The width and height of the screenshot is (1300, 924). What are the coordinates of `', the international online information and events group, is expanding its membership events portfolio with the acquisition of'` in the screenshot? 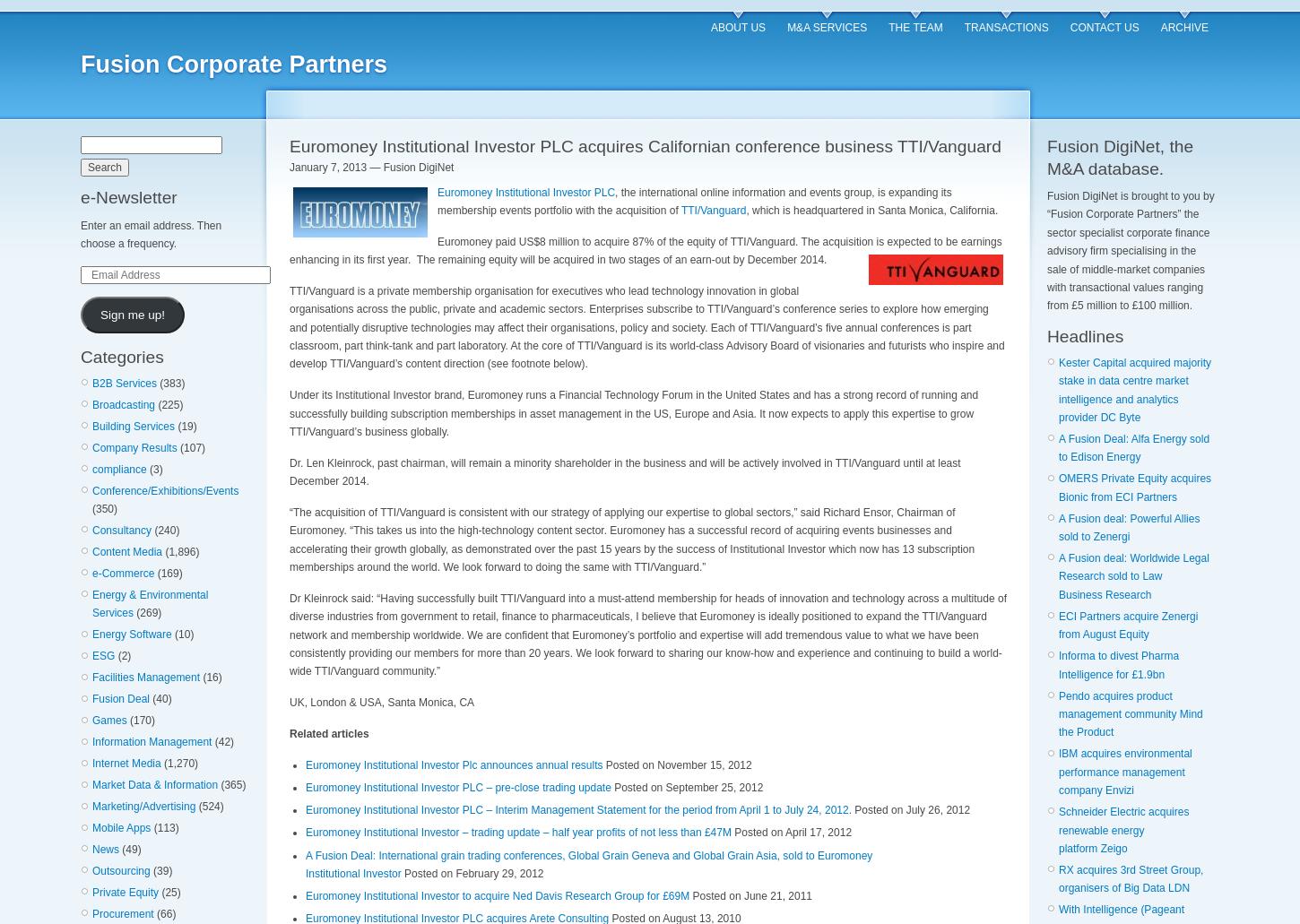 It's located at (438, 201).